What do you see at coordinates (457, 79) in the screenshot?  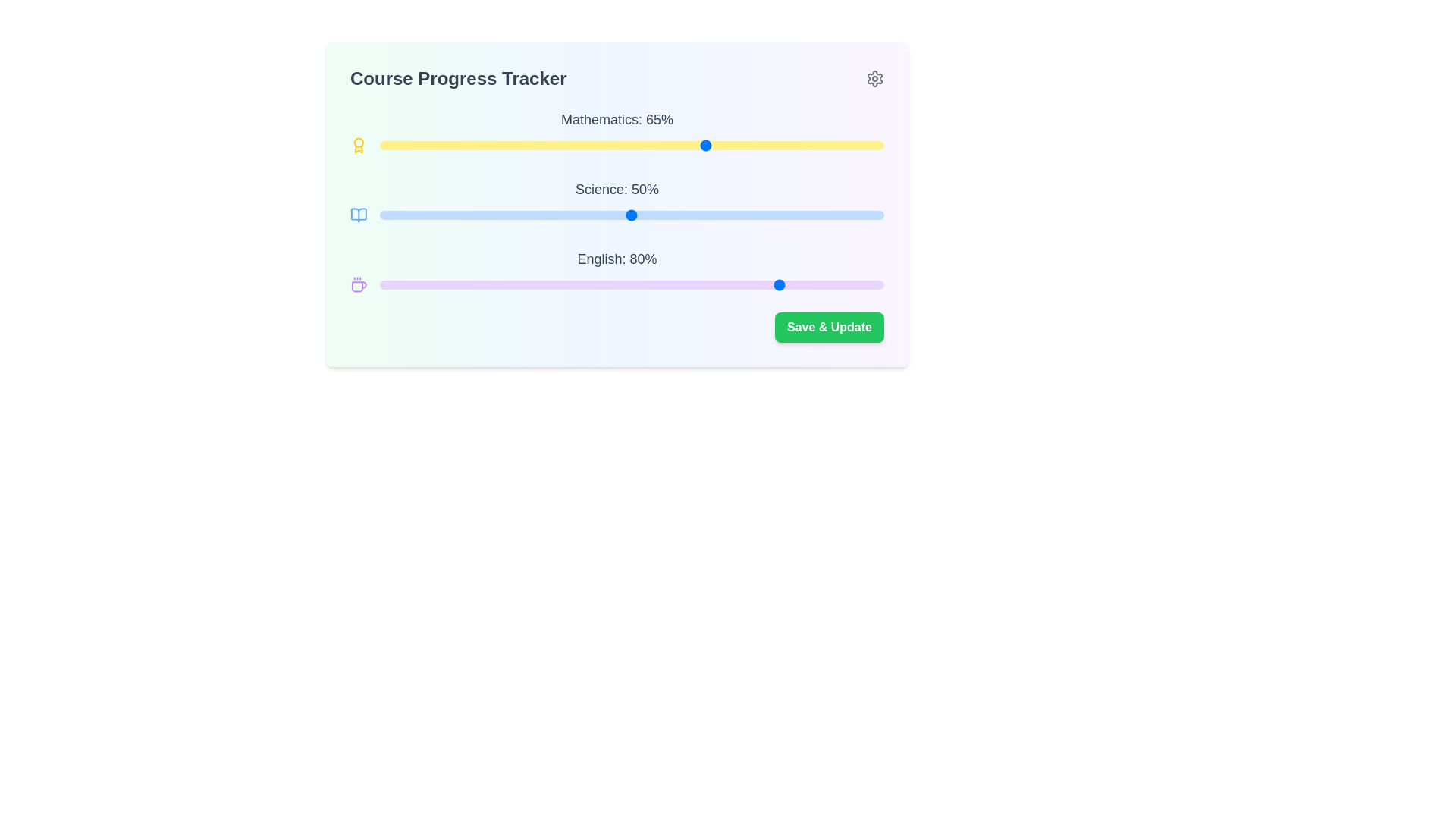 I see `text from the 'Course Progress Tracker' label, which is displayed in a bold and large font with a gray color, located at the top-left corner of the panel` at bounding box center [457, 79].